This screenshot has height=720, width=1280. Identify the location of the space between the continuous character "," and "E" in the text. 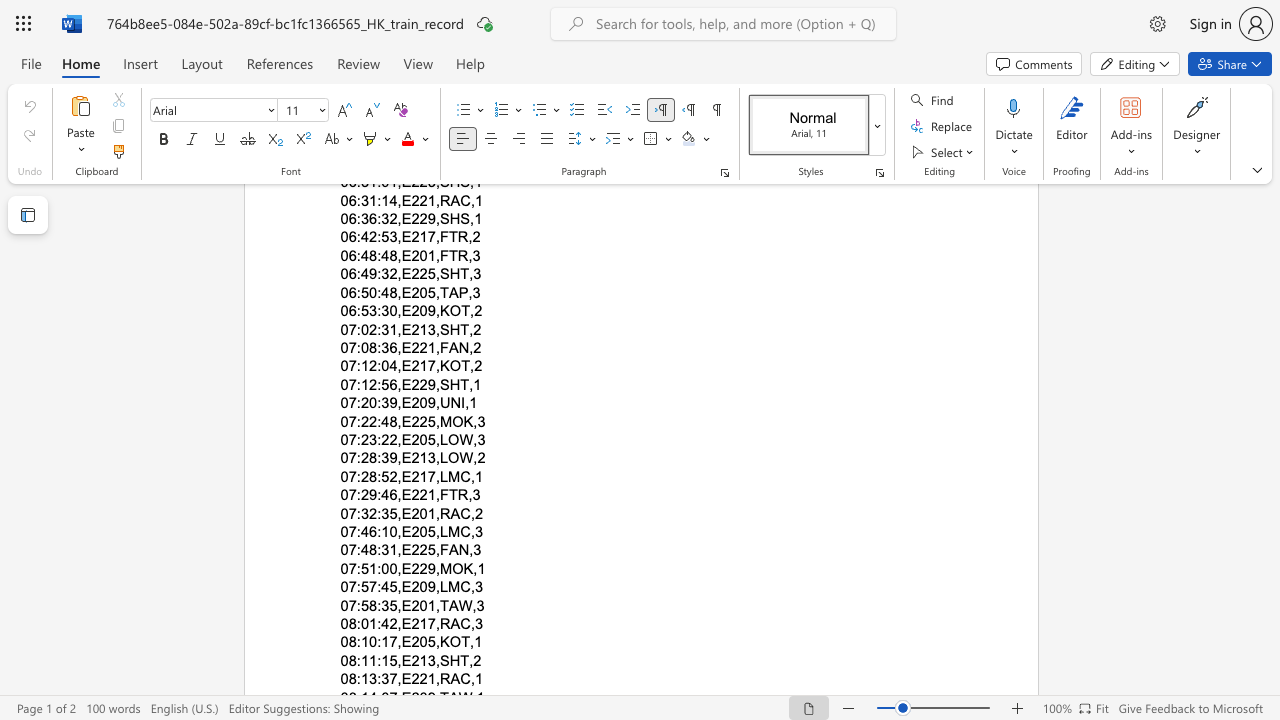
(402, 530).